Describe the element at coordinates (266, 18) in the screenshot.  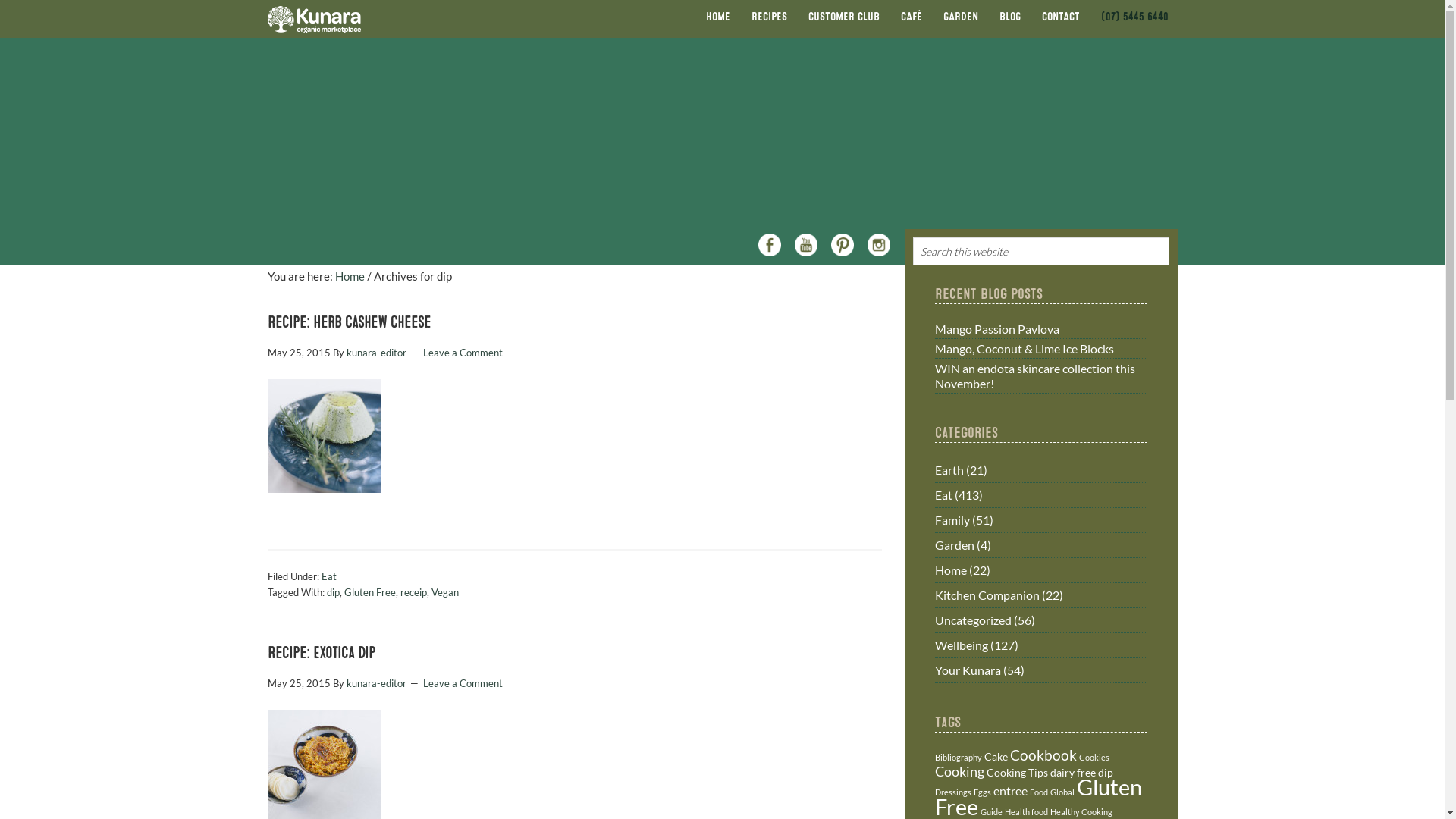
I see `'Kunara'` at that location.